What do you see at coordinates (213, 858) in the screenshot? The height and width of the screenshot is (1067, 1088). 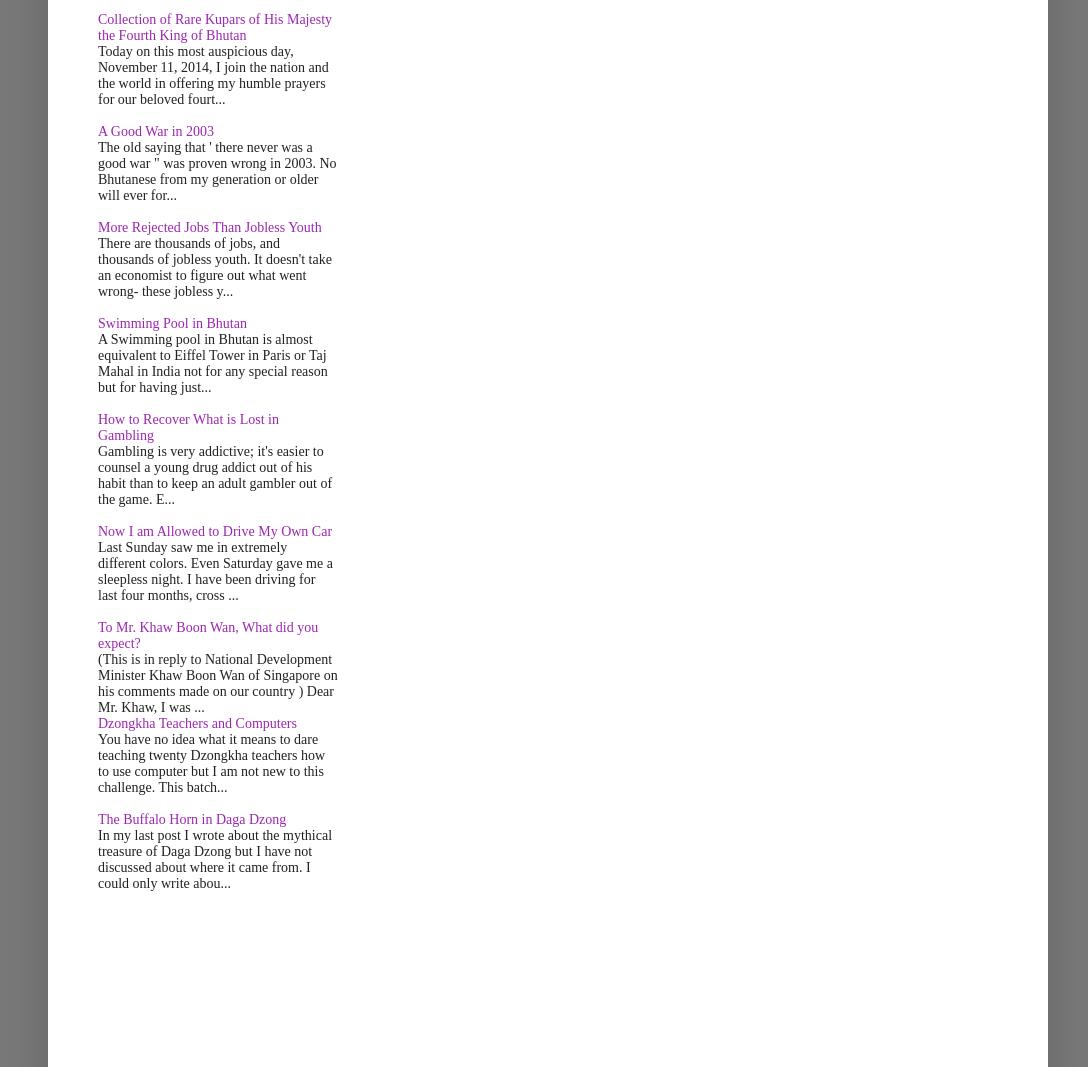 I see `'In my last post I wrote about the mythical treasure of Daga Dzong but I have not discussed about where it came from. I could only write abou...'` at bounding box center [213, 858].